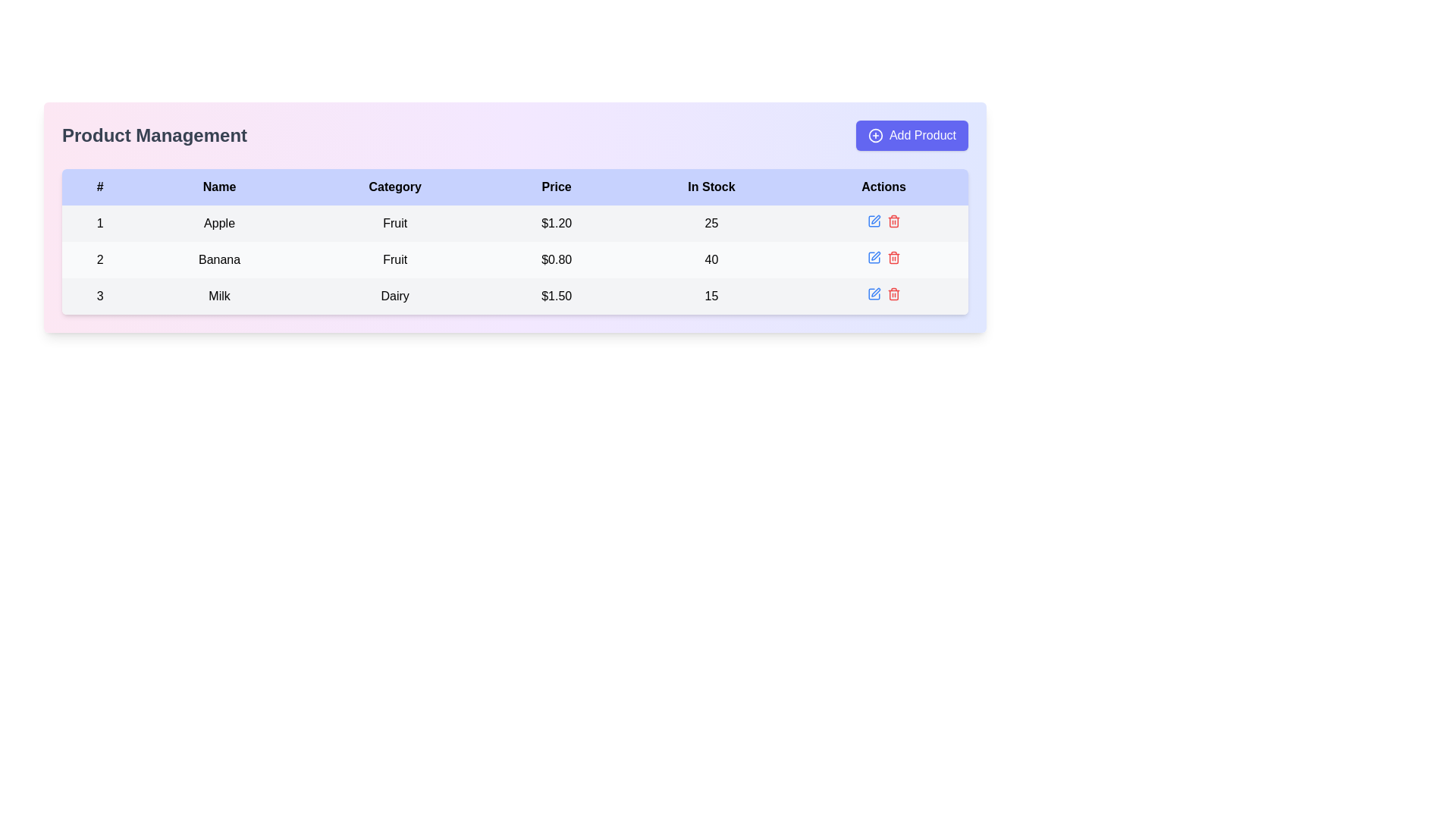 This screenshot has height=819, width=1456. I want to click on the blue pen icon in the 'Actions' column of the second row to initiate an editing action, so click(875, 255).